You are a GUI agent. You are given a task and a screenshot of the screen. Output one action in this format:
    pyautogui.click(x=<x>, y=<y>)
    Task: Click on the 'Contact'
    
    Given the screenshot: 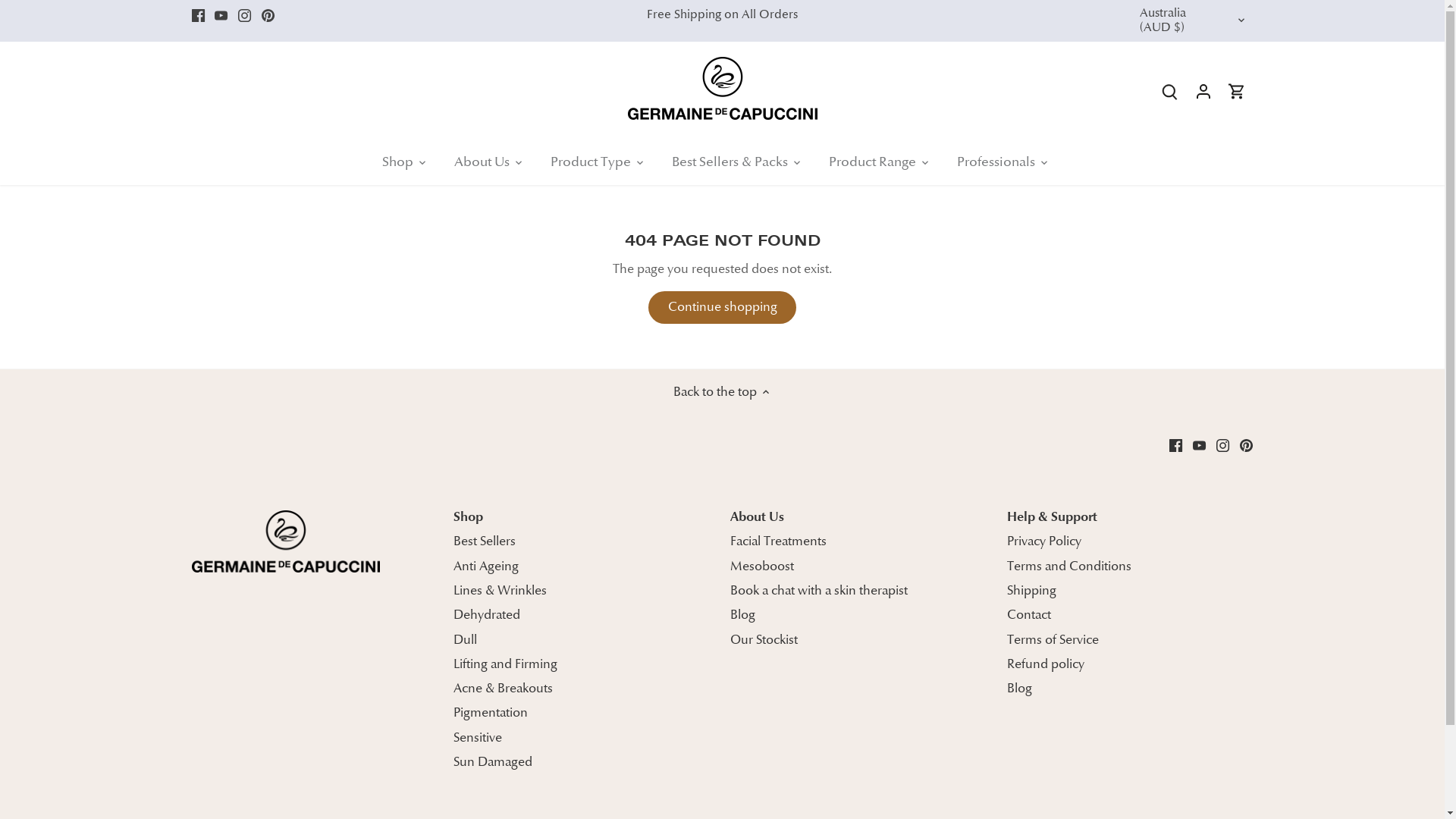 What is the action you would take?
    pyautogui.click(x=1029, y=614)
    